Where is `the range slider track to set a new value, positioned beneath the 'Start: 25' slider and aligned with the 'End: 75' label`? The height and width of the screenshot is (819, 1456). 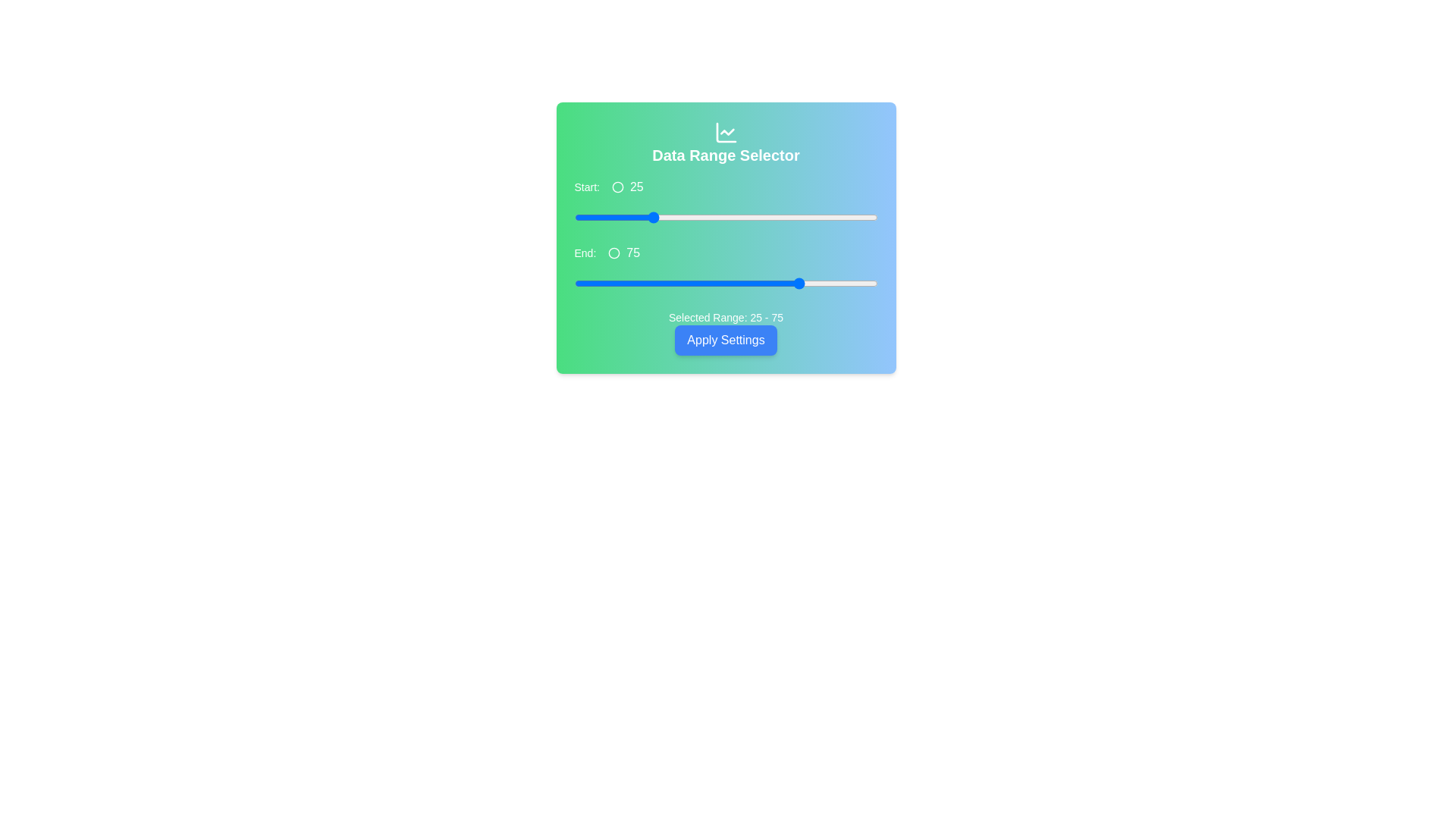 the range slider track to set a new value, positioned beneath the 'Start: 25' slider and aligned with the 'End: 75' label is located at coordinates (725, 284).